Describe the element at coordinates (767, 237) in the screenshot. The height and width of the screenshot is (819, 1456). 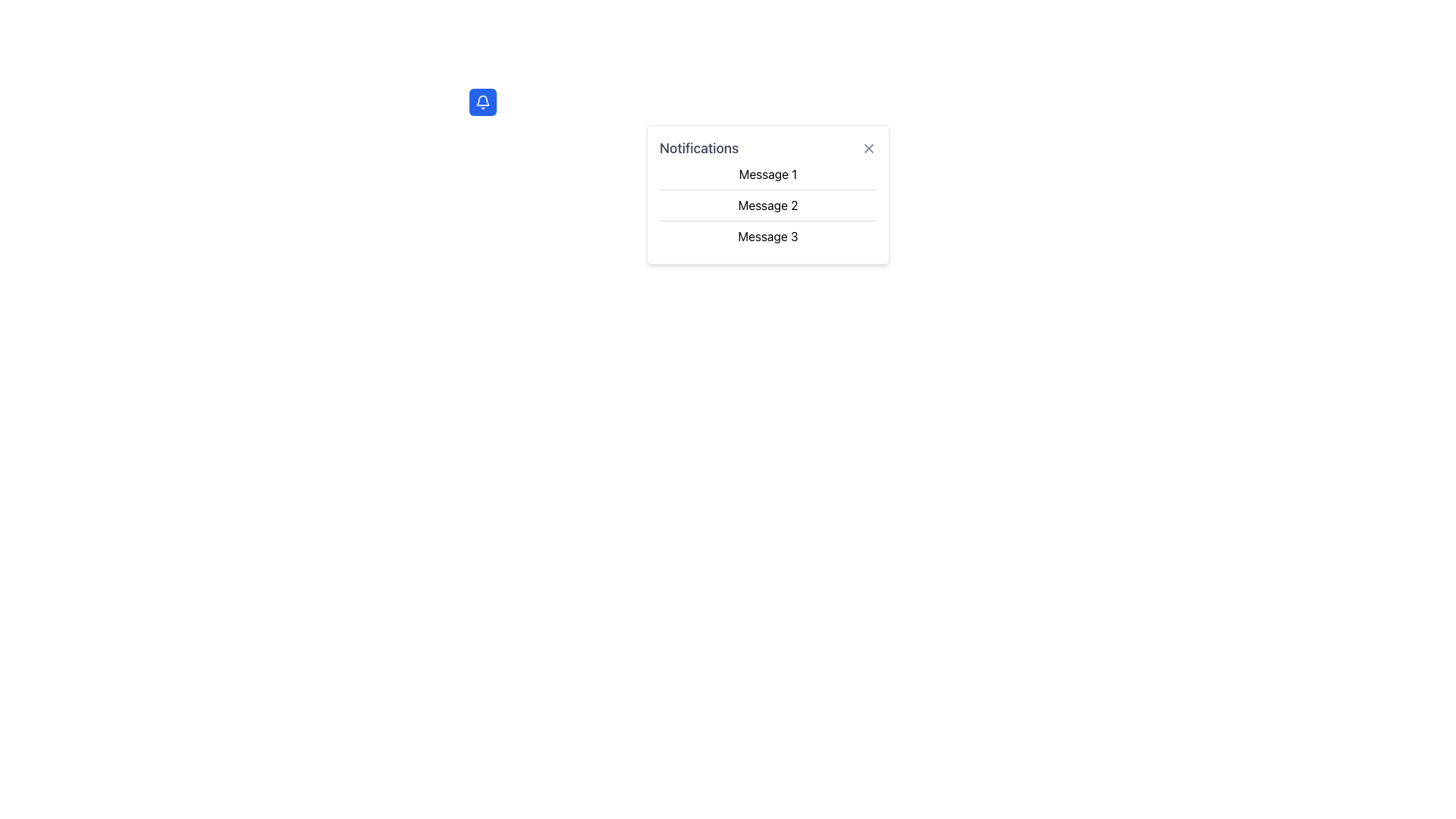
I see `the text label displaying 'Message 3', which is the third item in the notification dropdown list located at the top-right corner of the interface` at that location.